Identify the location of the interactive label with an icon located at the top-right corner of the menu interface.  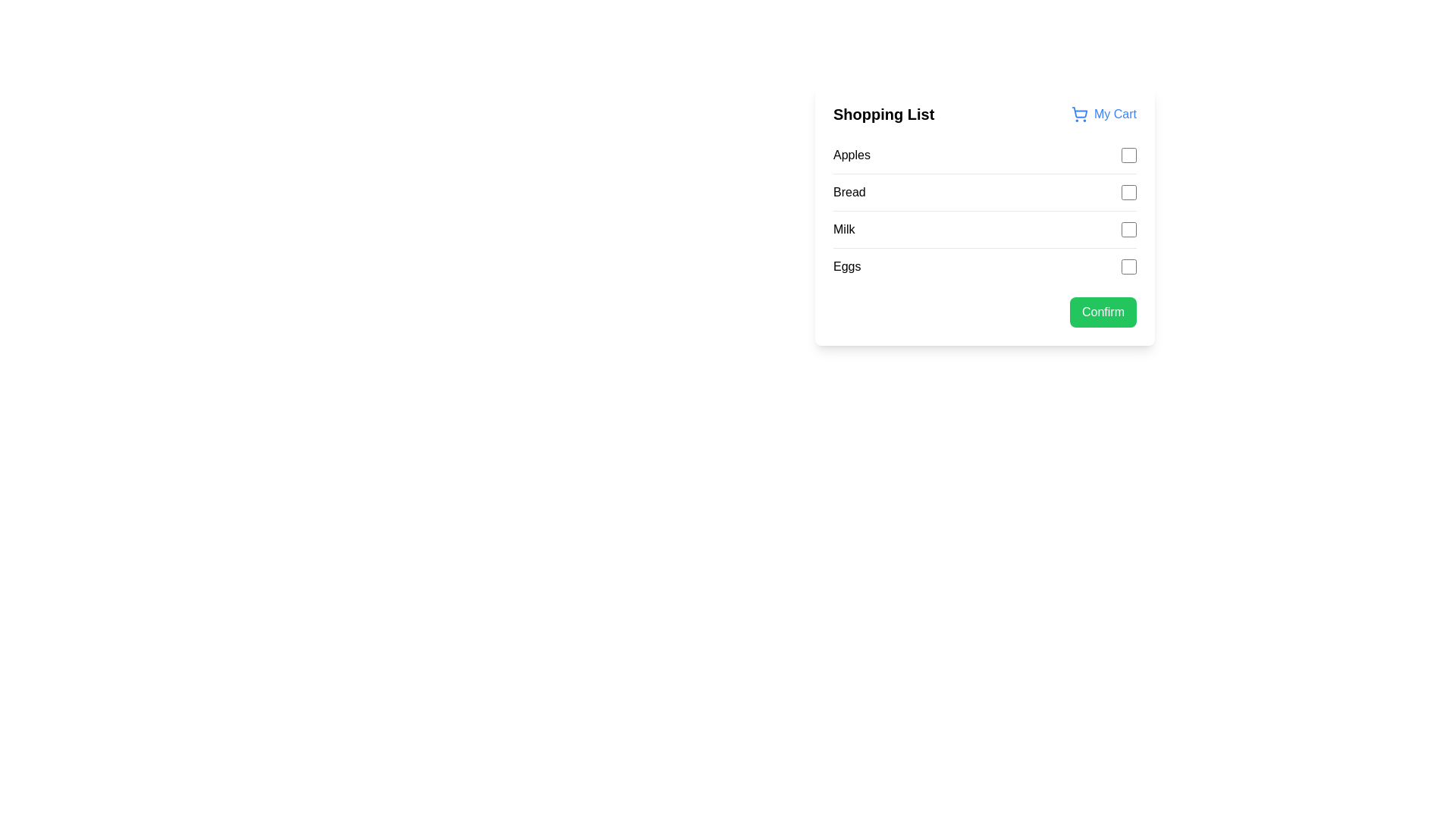
(1103, 113).